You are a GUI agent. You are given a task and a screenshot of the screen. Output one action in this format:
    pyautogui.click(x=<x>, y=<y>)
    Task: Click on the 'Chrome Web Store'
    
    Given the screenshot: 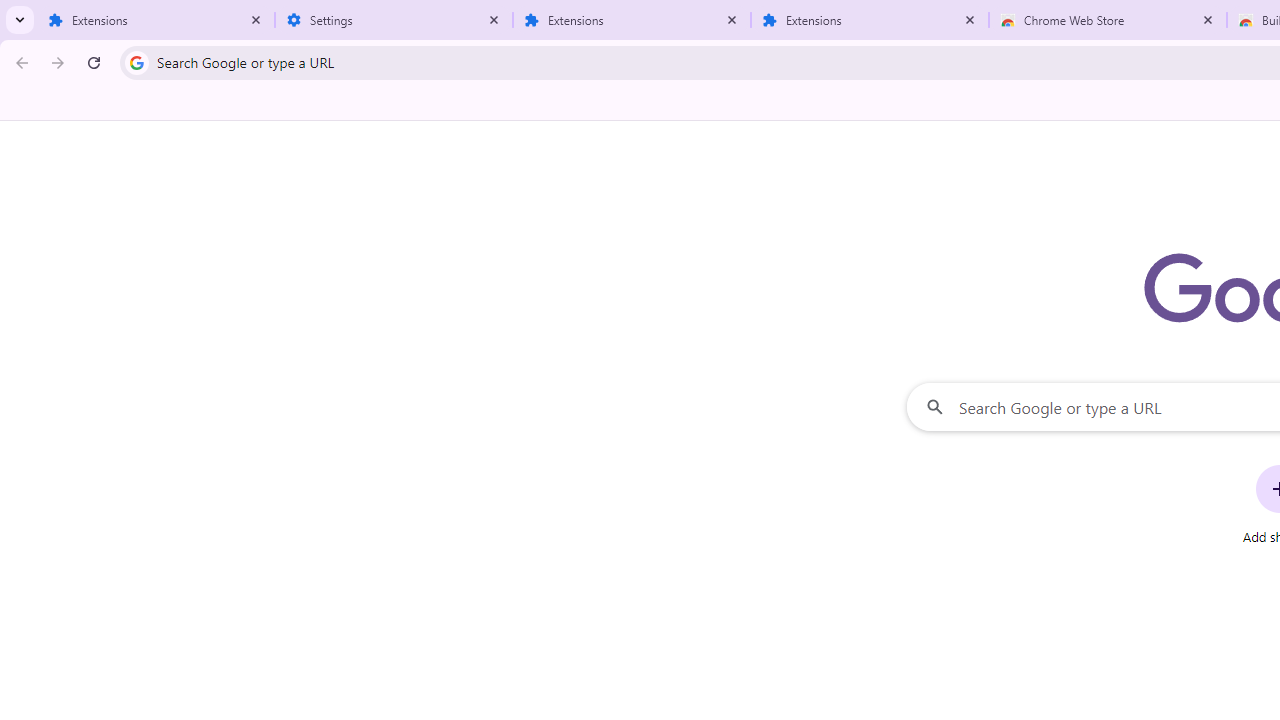 What is the action you would take?
    pyautogui.click(x=1107, y=20)
    